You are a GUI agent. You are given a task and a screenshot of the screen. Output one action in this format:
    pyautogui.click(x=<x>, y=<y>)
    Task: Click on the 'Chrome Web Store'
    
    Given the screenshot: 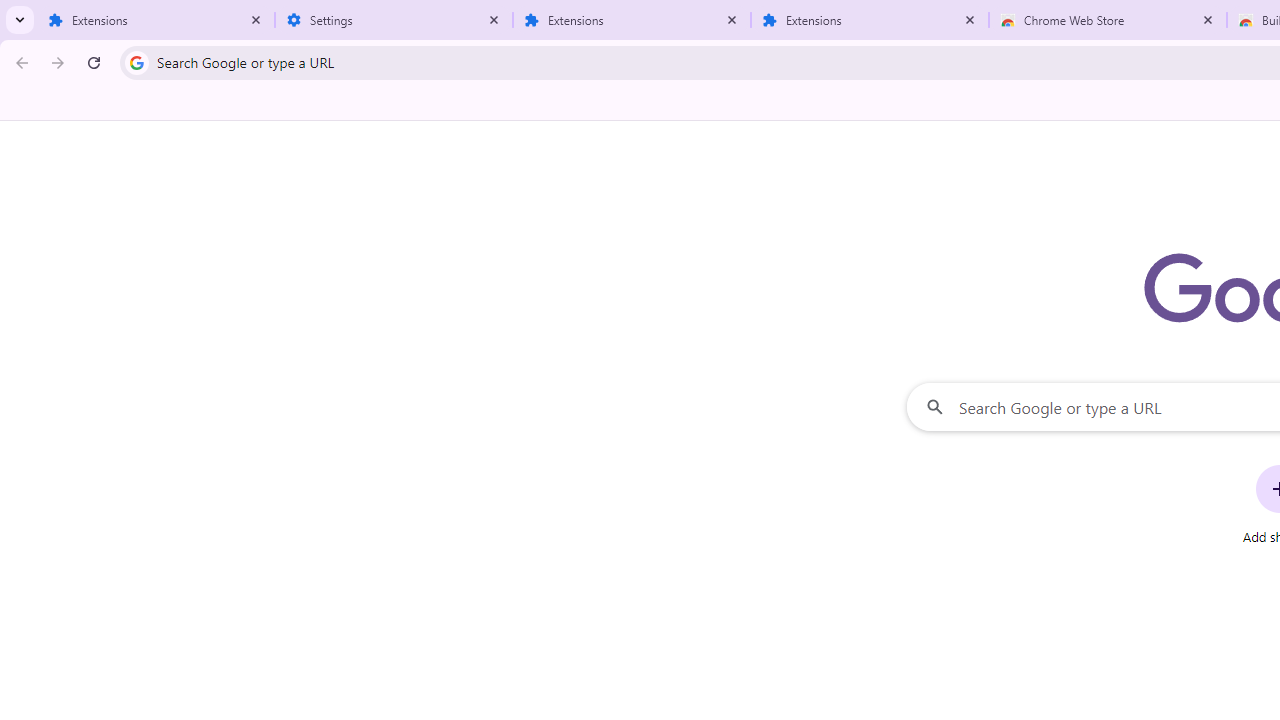 What is the action you would take?
    pyautogui.click(x=1107, y=20)
    